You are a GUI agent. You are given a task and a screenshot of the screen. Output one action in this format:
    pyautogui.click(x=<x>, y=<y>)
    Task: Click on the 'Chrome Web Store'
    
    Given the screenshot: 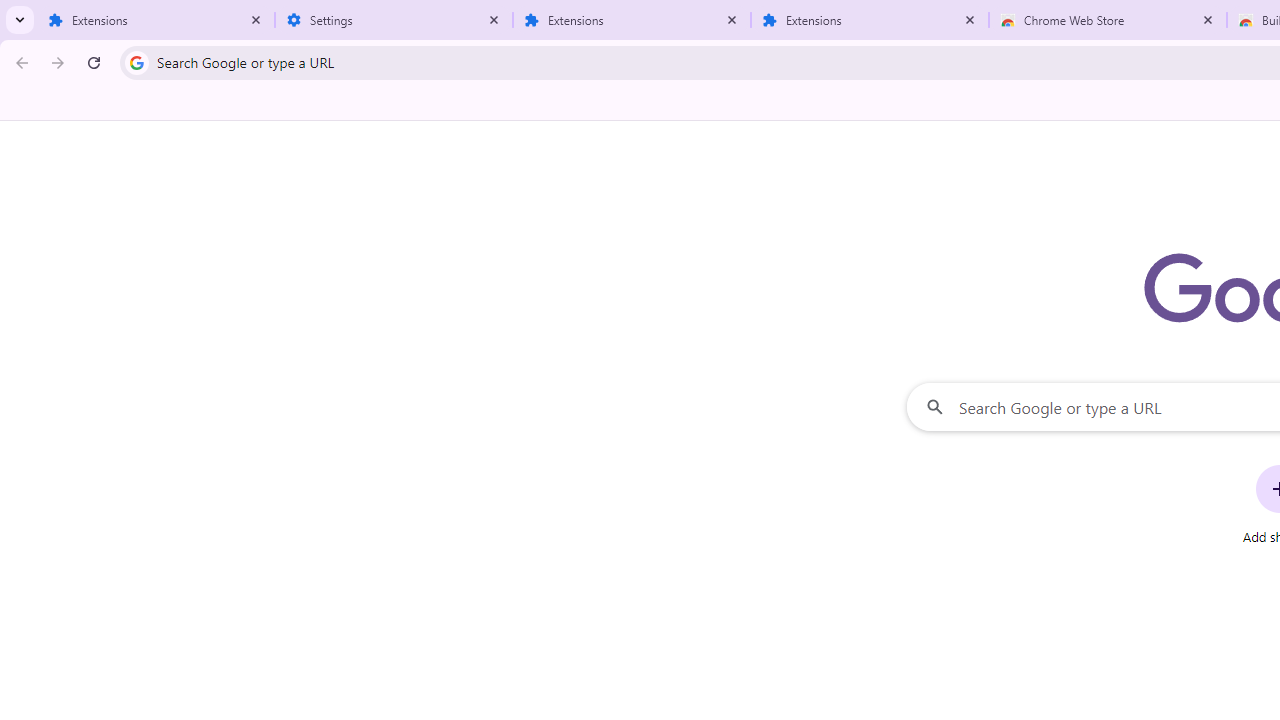 What is the action you would take?
    pyautogui.click(x=1107, y=20)
    